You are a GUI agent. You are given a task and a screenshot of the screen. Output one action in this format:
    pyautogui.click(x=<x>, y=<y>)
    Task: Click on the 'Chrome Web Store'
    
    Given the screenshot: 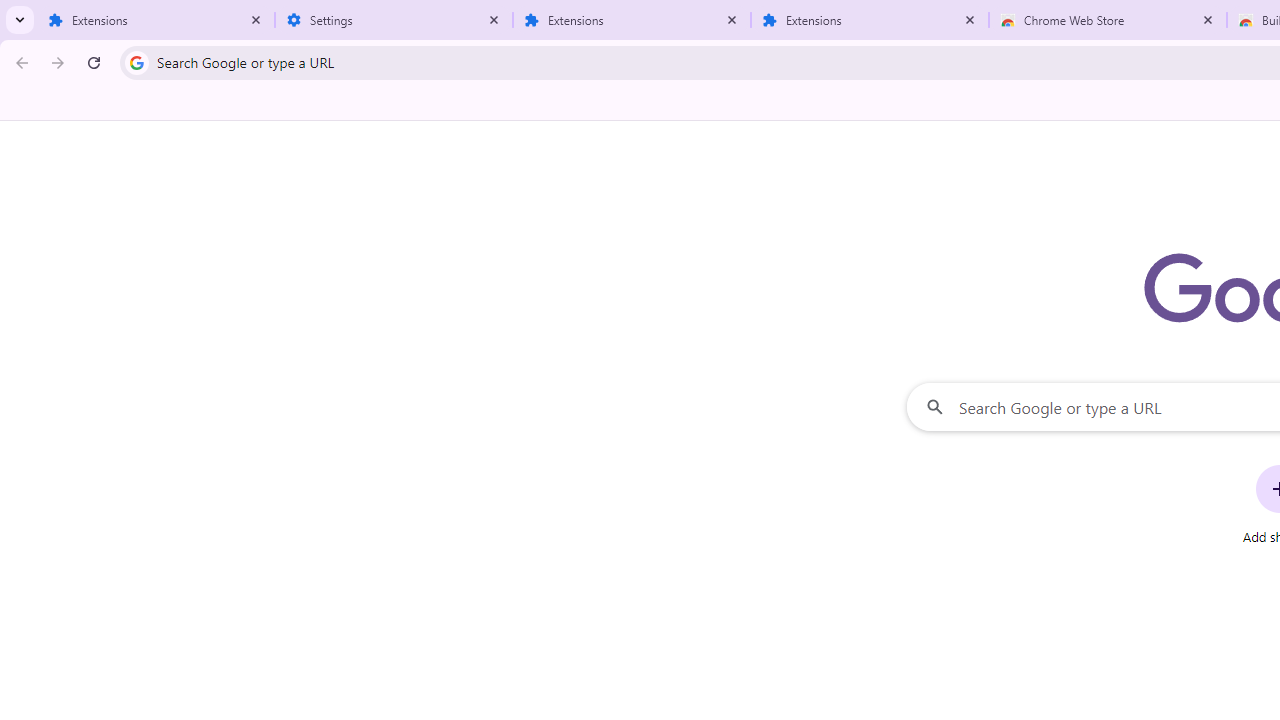 What is the action you would take?
    pyautogui.click(x=1107, y=20)
    